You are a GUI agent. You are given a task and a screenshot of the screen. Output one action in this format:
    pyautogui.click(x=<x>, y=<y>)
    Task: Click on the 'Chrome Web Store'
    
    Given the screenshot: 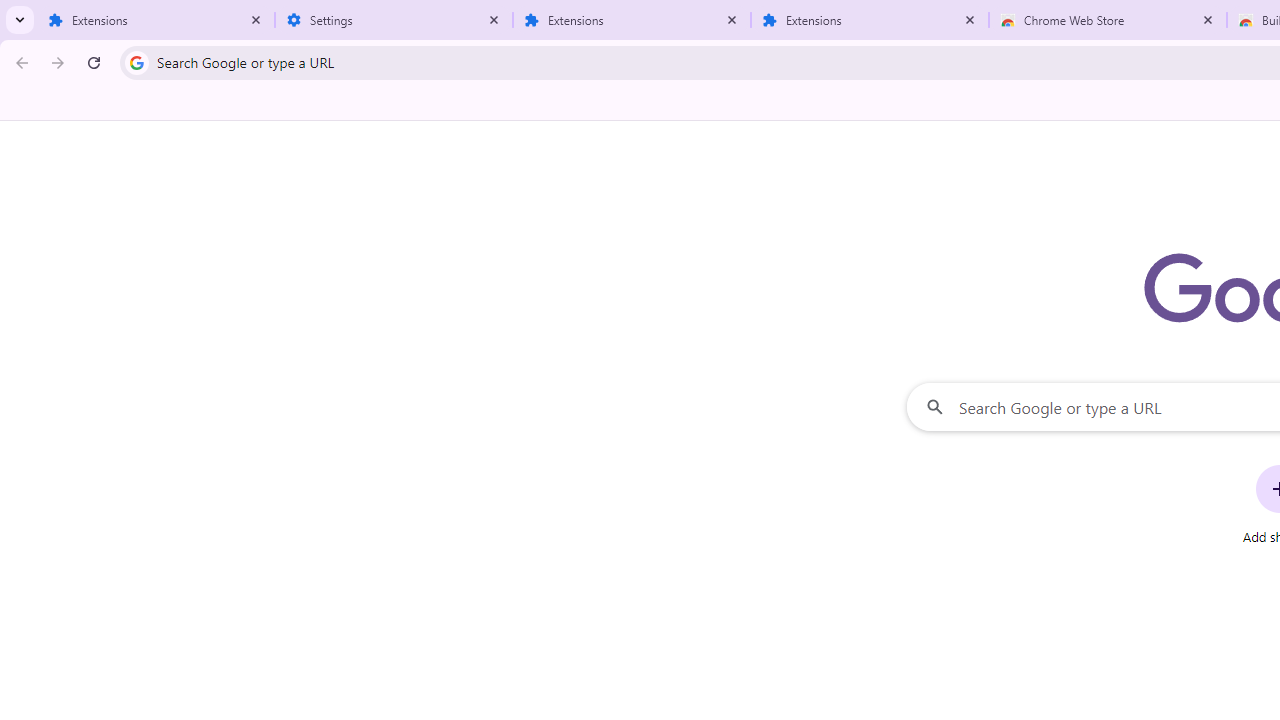 What is the action you would take?
    pyautogui.click(x=1107, y=20)
    